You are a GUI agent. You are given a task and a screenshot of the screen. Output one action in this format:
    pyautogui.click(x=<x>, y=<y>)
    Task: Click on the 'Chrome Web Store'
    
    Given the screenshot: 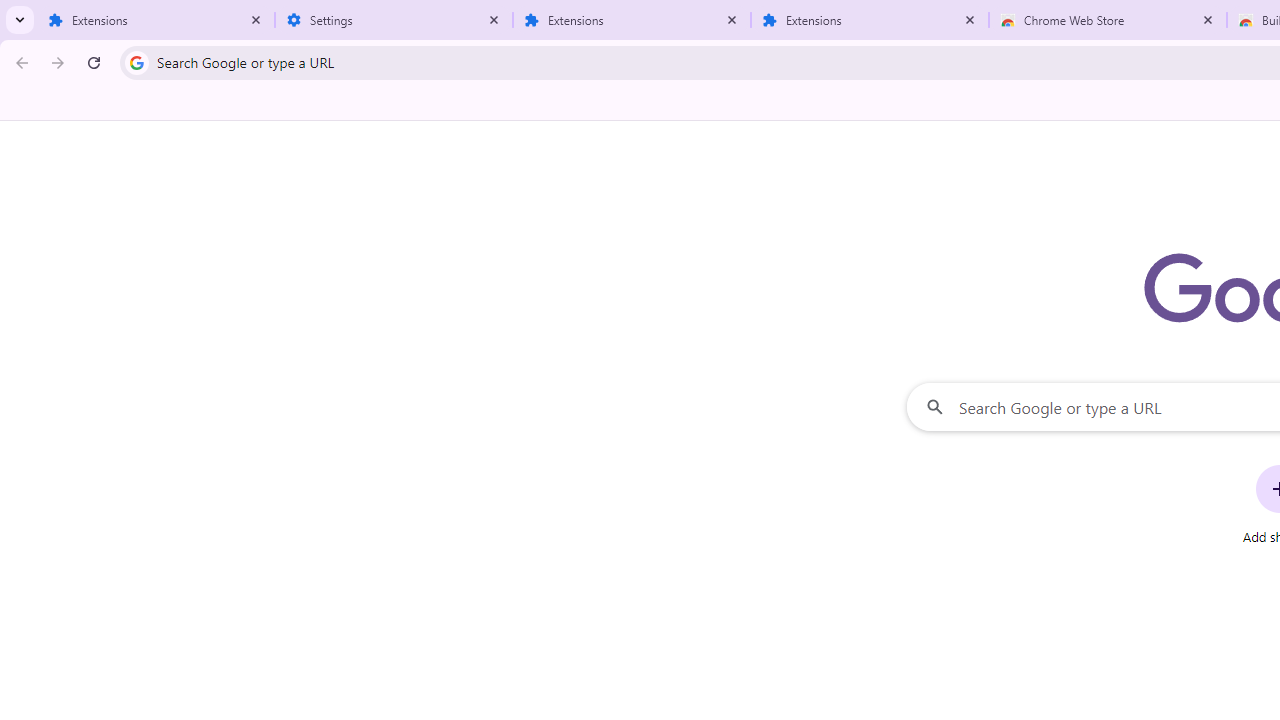 What is the action you would take?
    pyautogui.click(x=1107, y=20)
    